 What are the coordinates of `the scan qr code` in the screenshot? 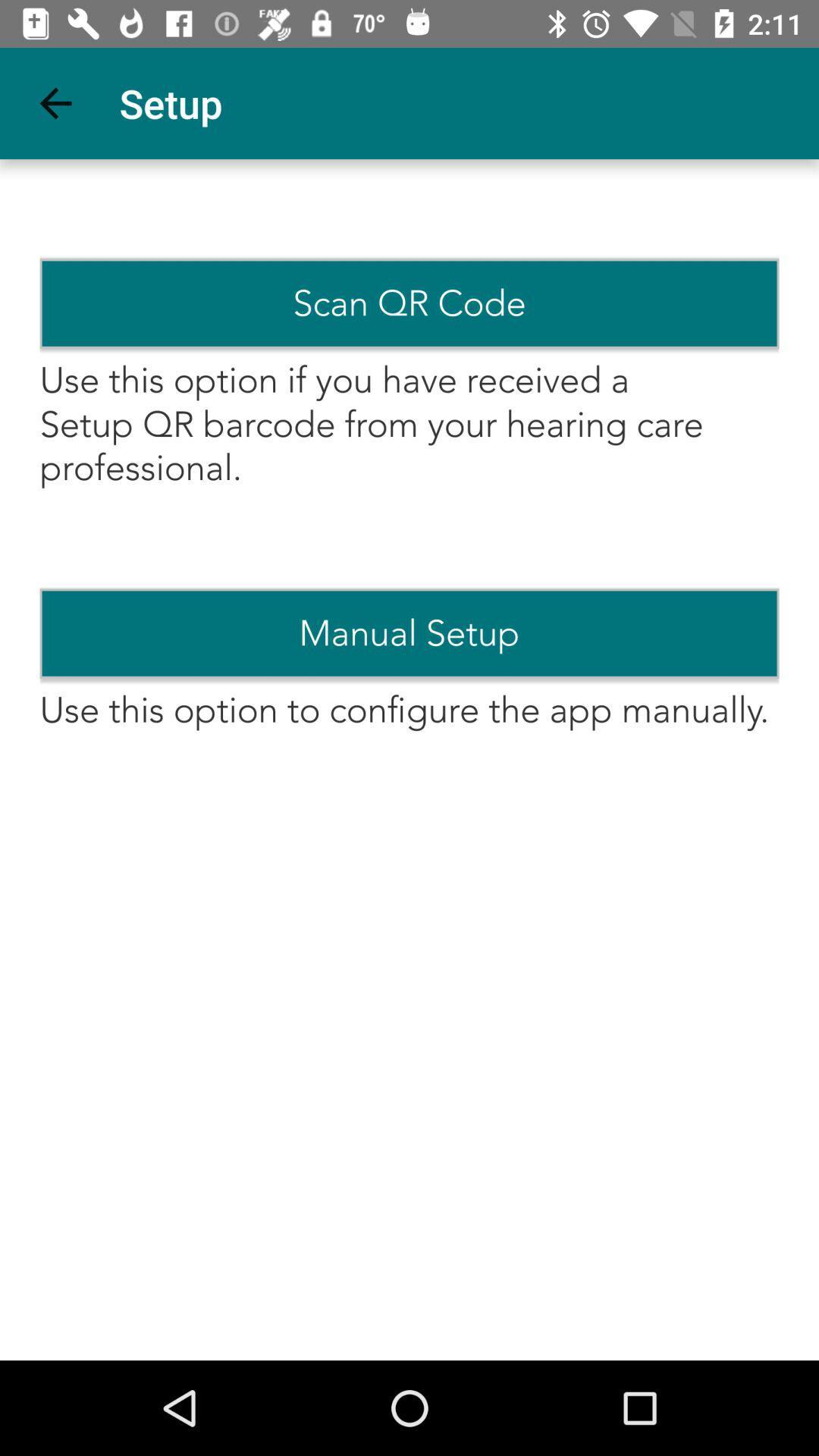 It's located at (409, 303).